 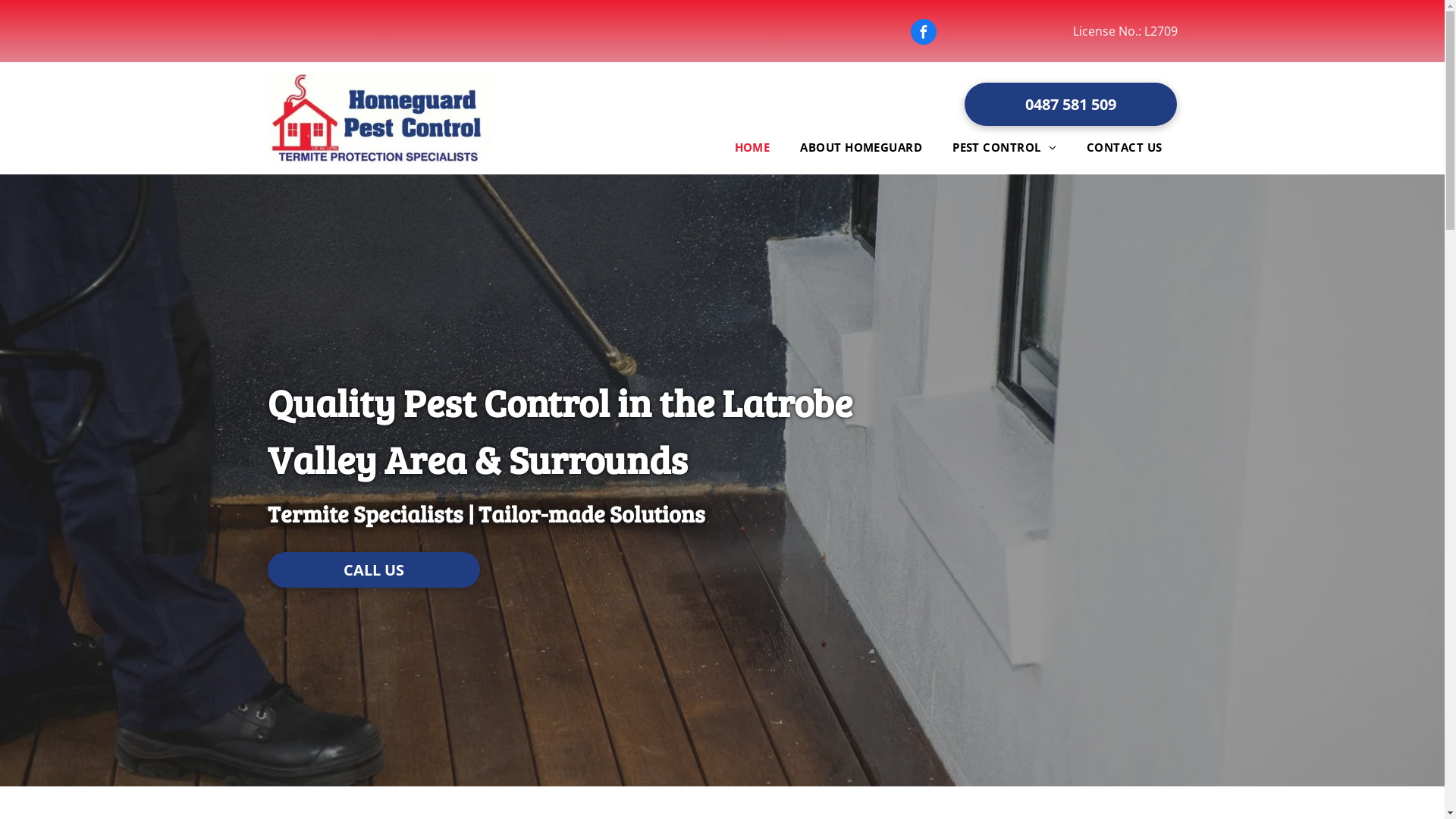 What do you see at coordinates (266, 570) in the screenshot?
I see `'CALL US'` at bounding box center [266, 570].